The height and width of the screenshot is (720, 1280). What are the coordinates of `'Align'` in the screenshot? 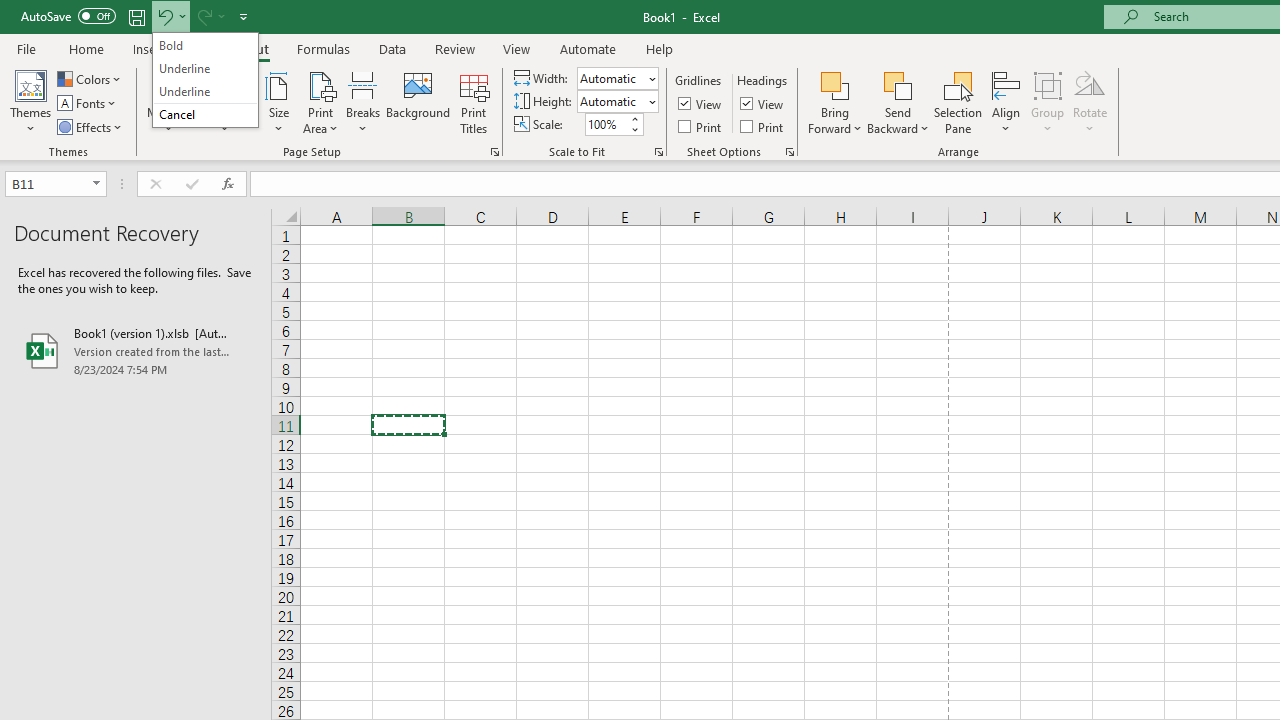 It's located at (1006, 103).